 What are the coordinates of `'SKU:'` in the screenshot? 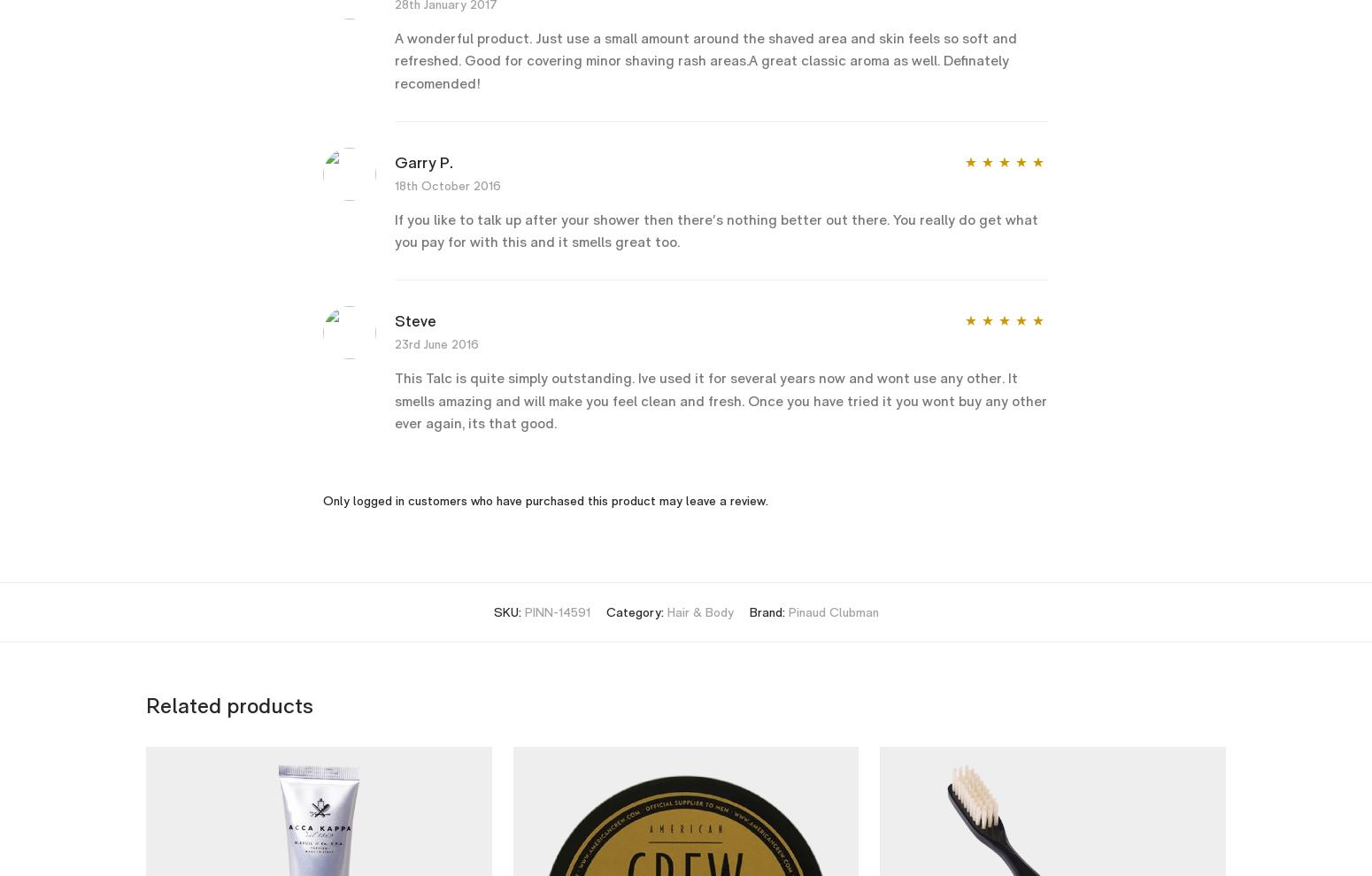 It's located at (508, 611).